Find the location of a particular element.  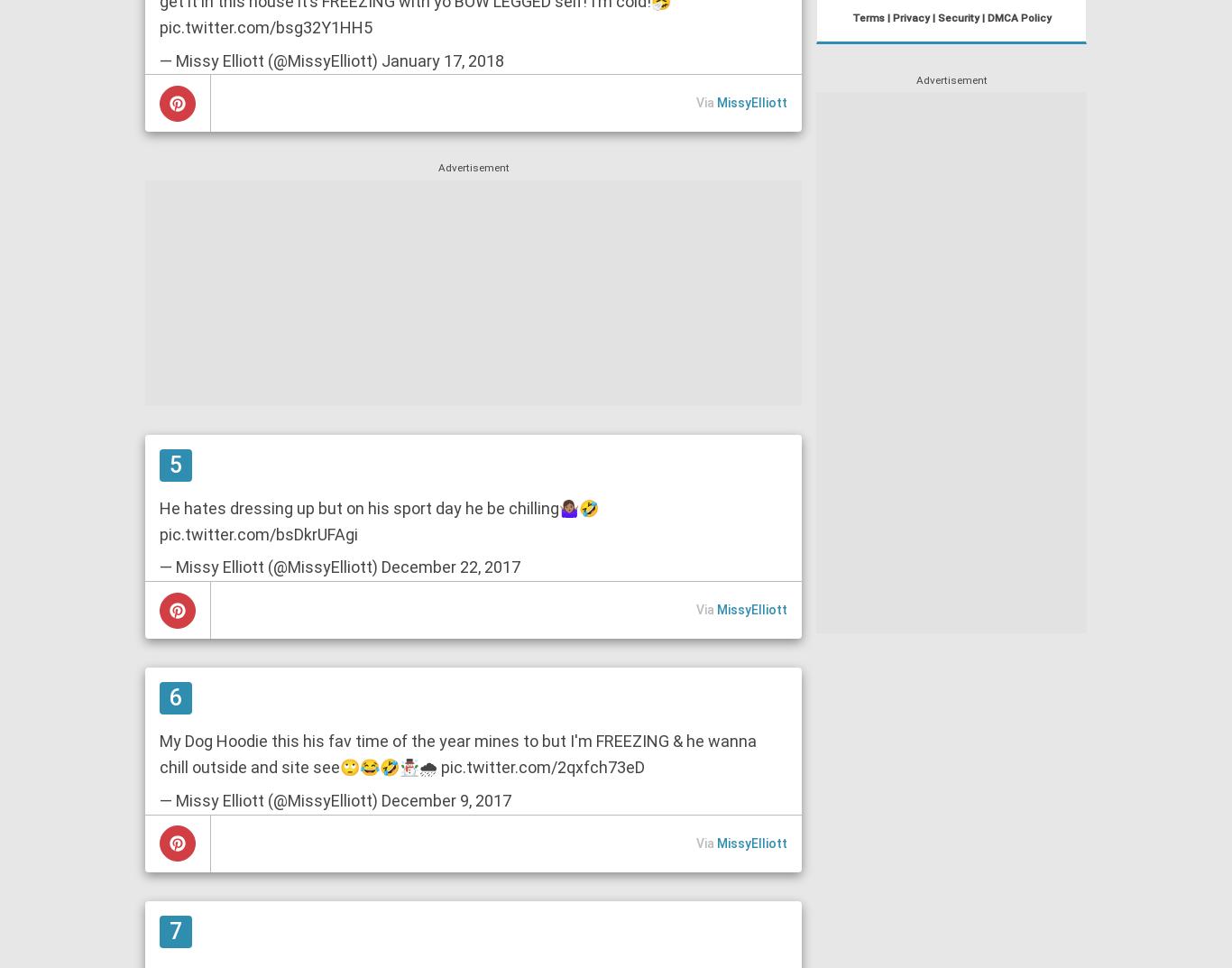

'5' is located at coordinates (175, 463).